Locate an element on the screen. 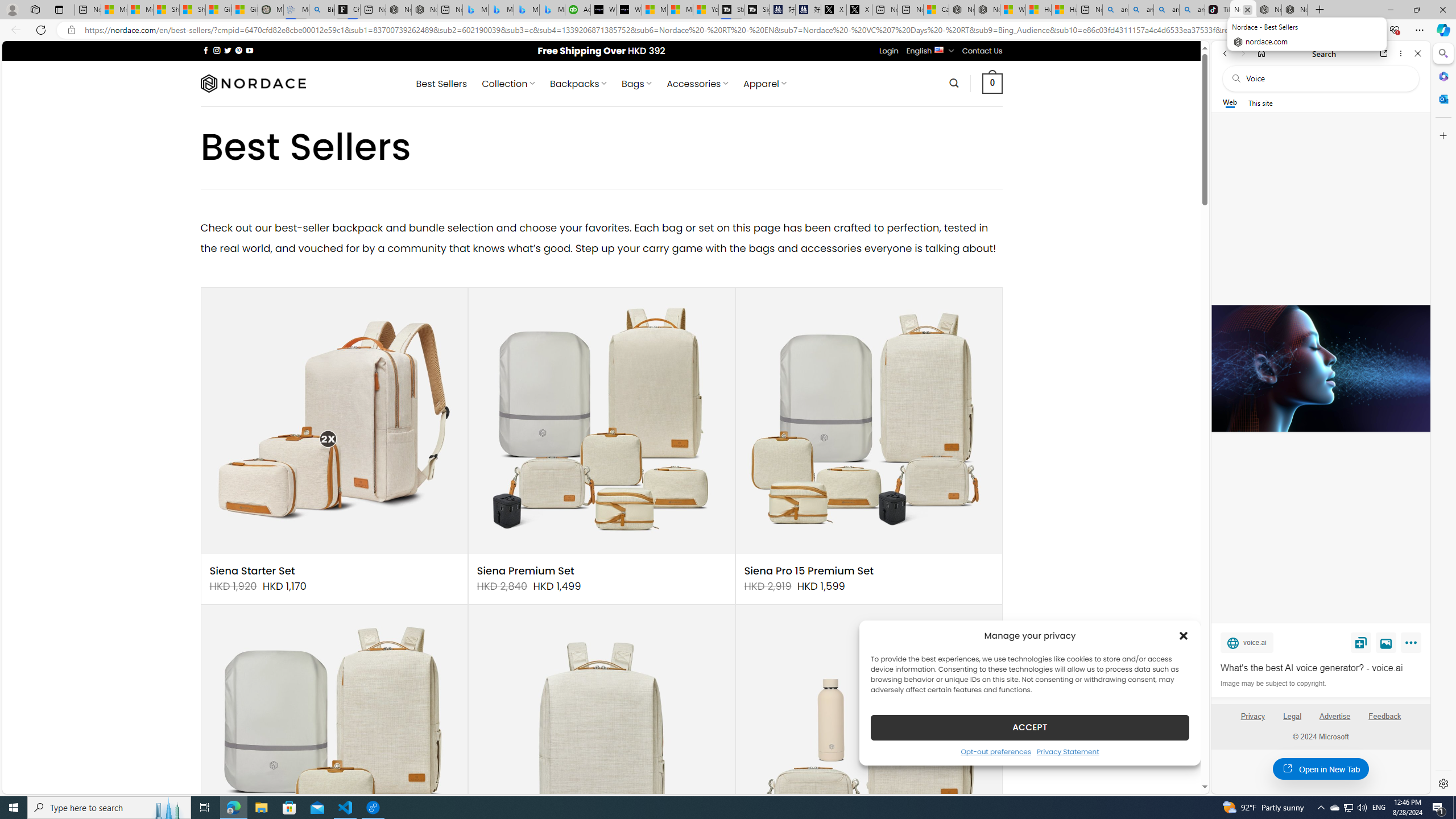  'Chloe Sorvino' is located at coordinates (348, 9).